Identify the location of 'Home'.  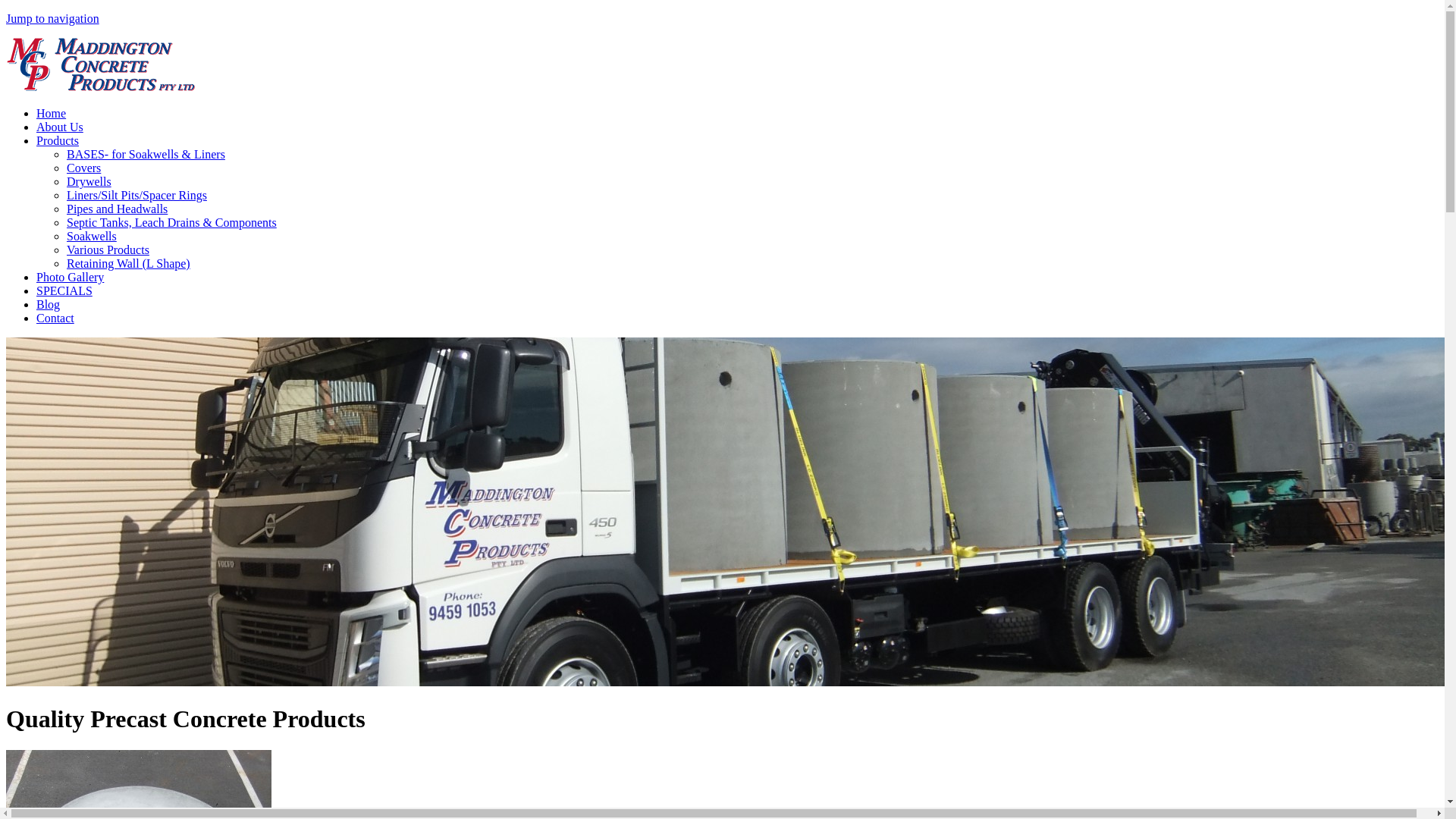
(51, 112).